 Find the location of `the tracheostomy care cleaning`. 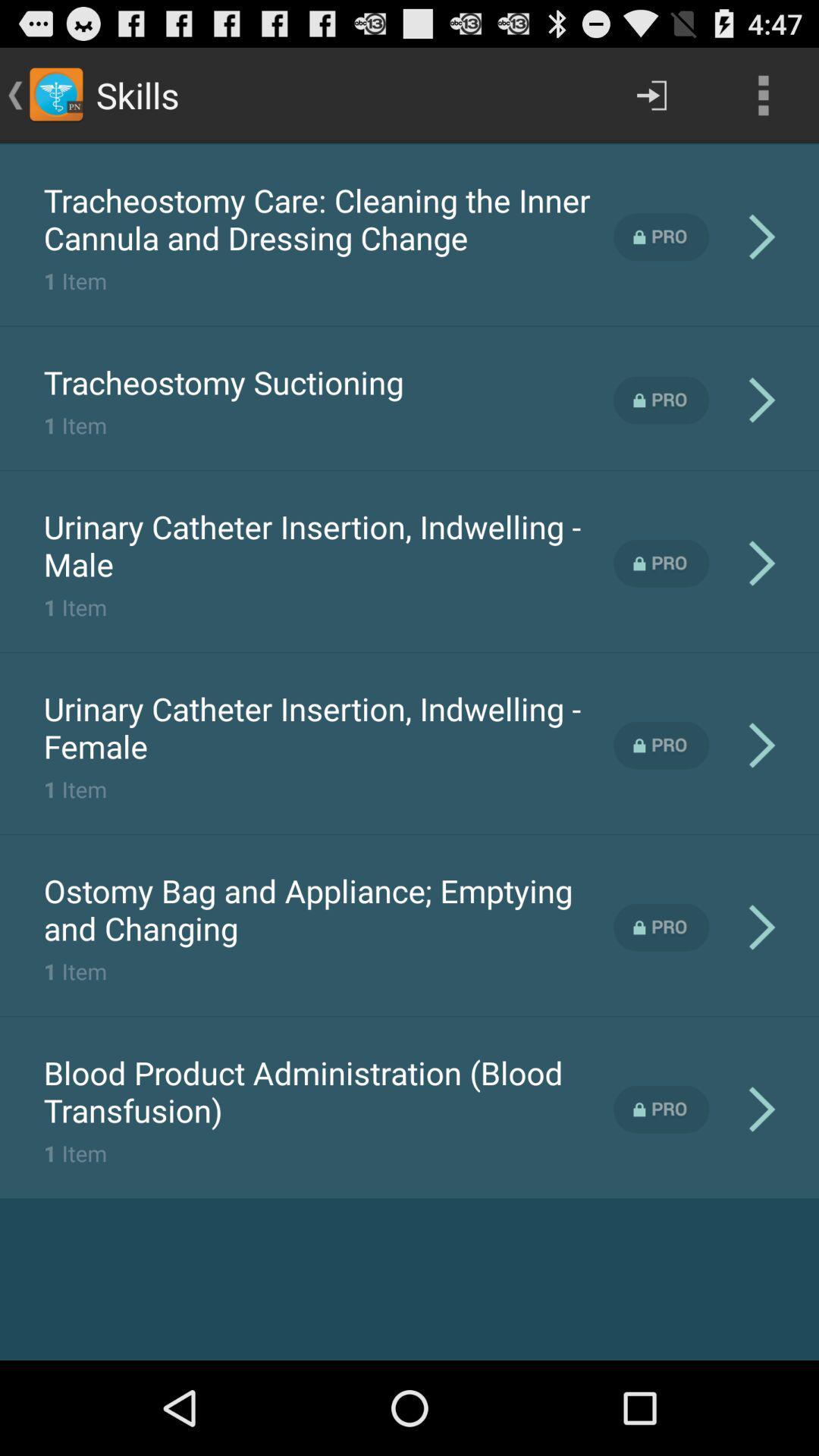

the tracheostomy care cleaning is located at coordinates (328, 218).